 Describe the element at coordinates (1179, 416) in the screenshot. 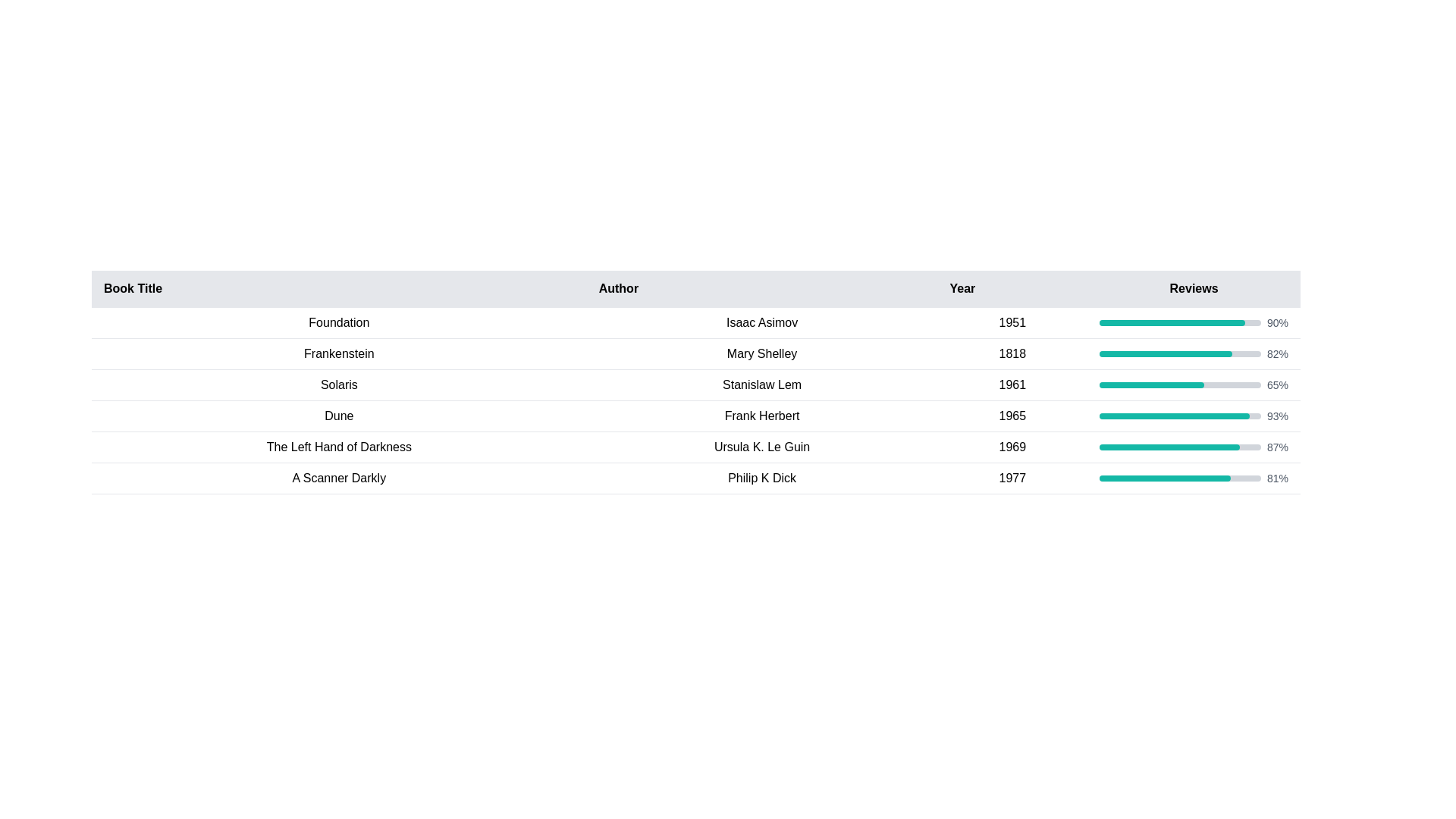

I see `the progress bar indicating the rating for the book 'Dune', which is located in the reviews column of the corresponding row` at that location.